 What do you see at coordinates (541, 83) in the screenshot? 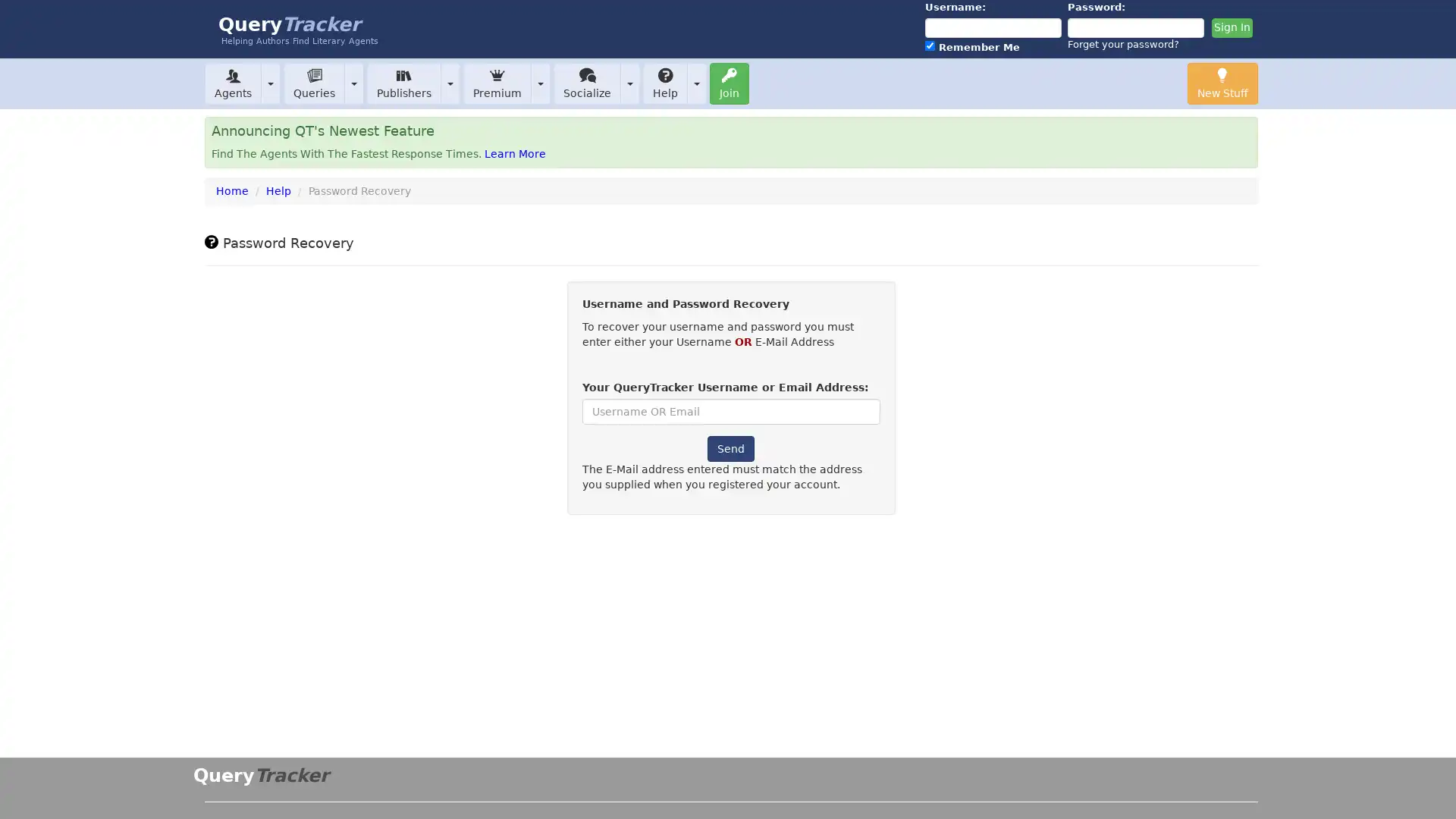
I see `Toggle Dropdown` at bounding box center [541, 83].